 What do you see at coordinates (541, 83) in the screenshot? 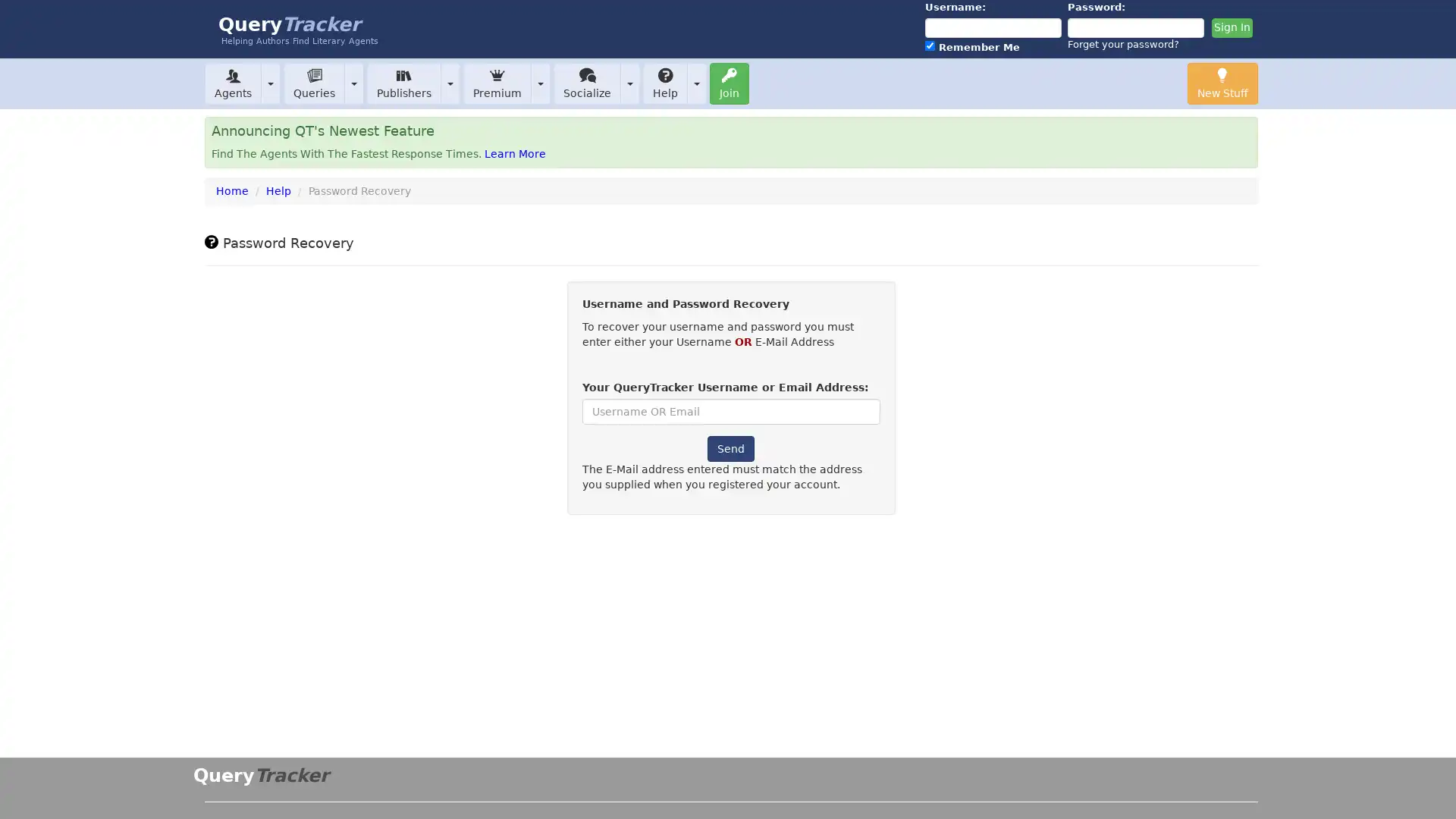
I see `Toggle Dropdown` at bounding box center [541, 83].